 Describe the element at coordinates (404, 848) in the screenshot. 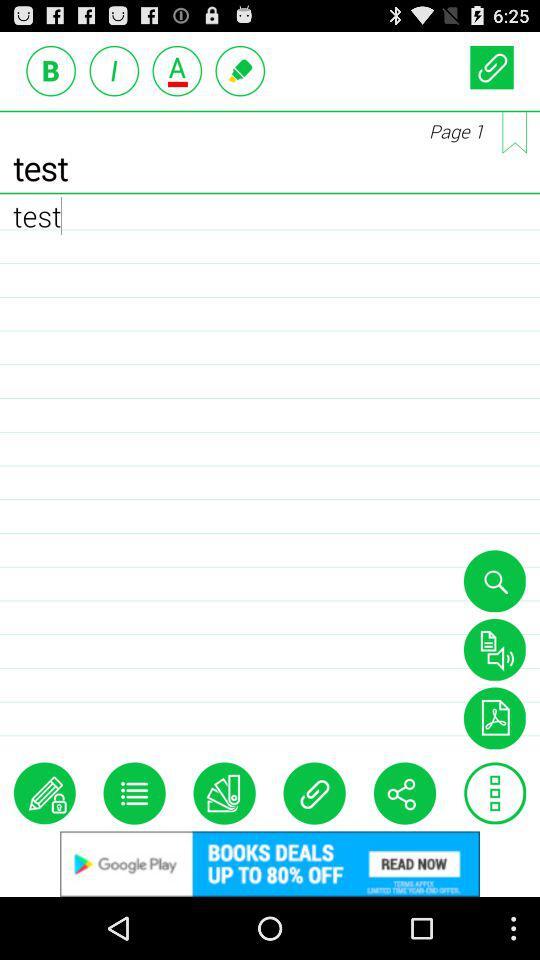

I see `the share icon` at that location.